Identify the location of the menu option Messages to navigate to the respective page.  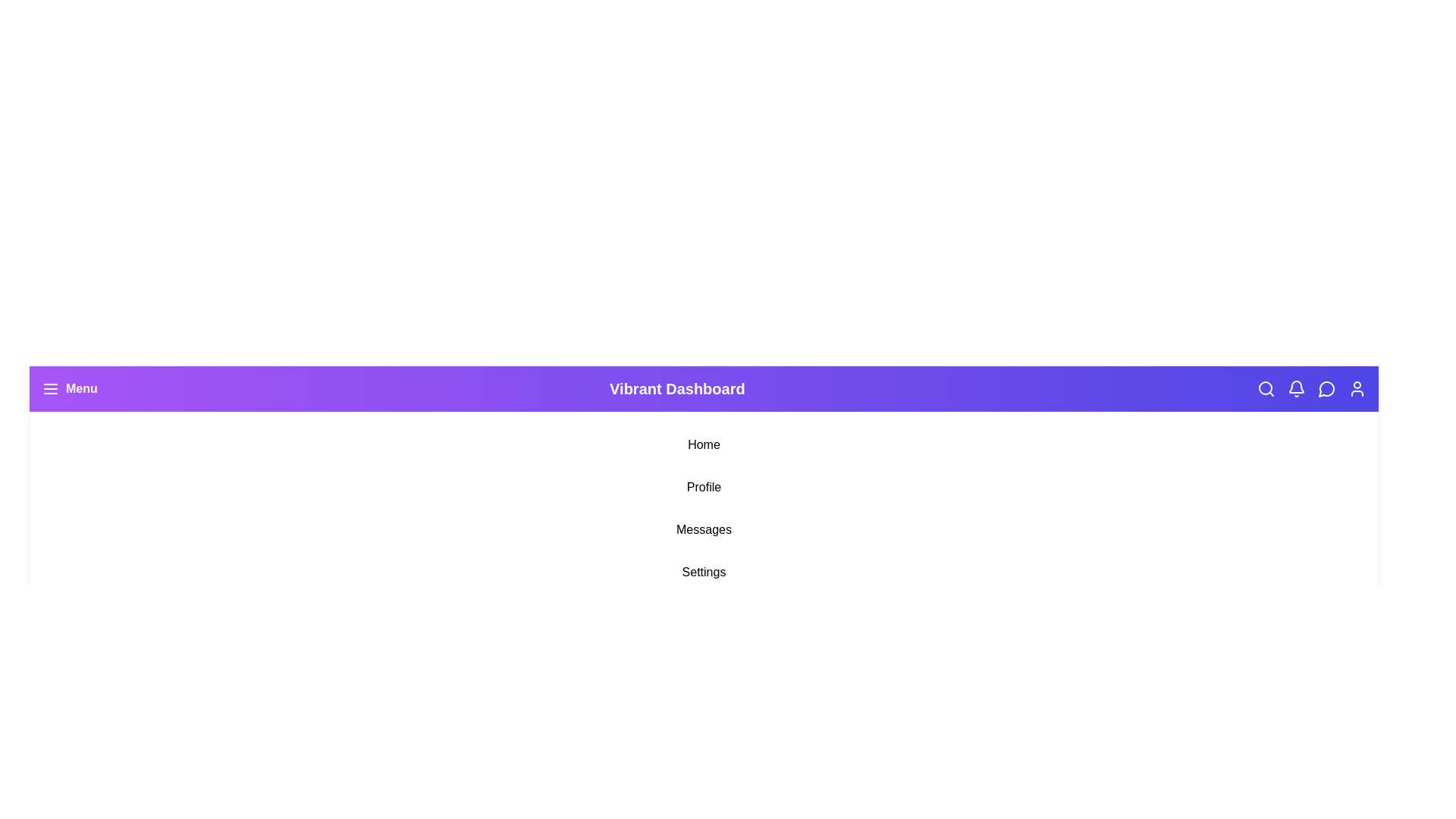
(703, 529).